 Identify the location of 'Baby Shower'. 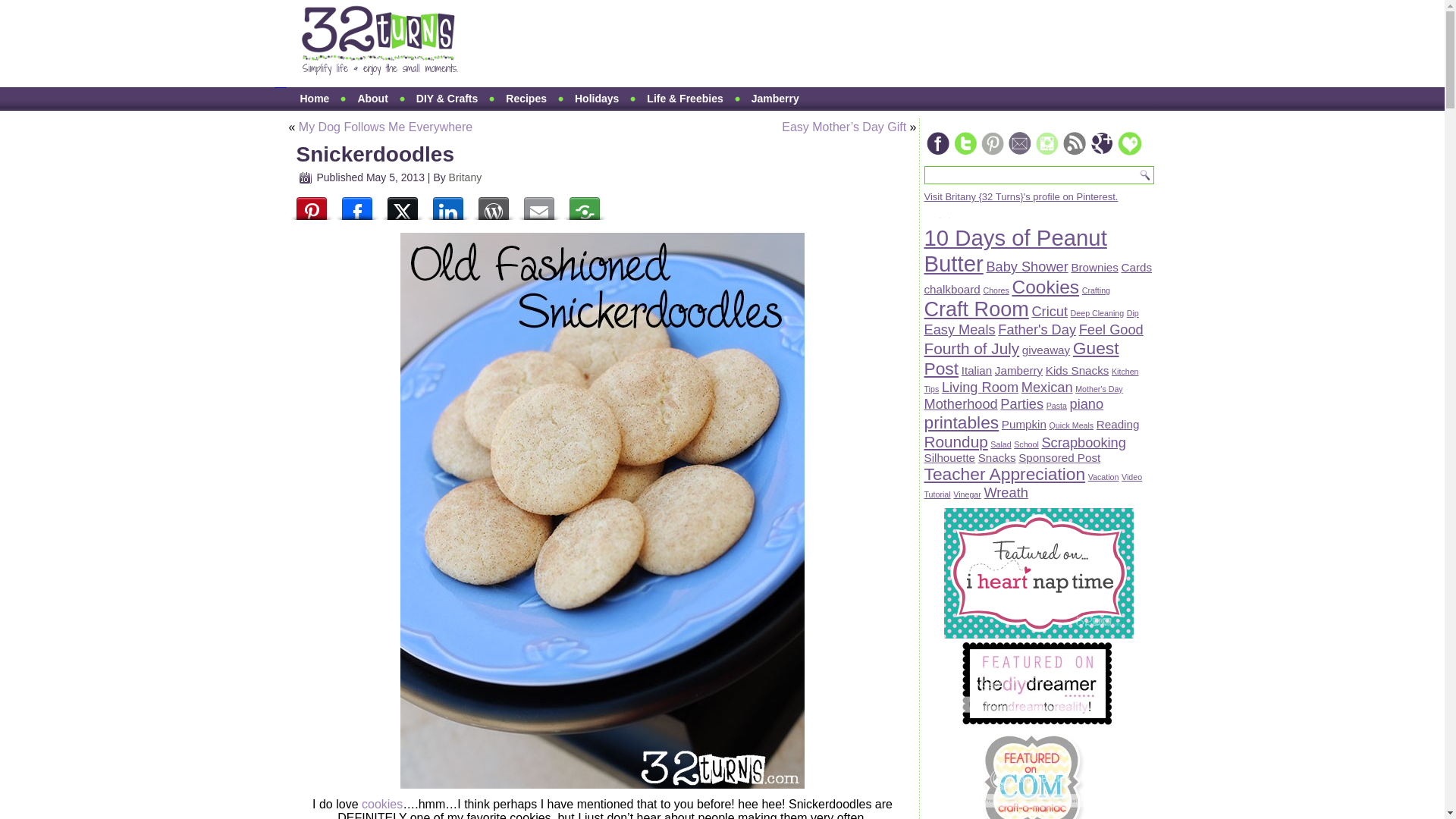
(1026, 265).